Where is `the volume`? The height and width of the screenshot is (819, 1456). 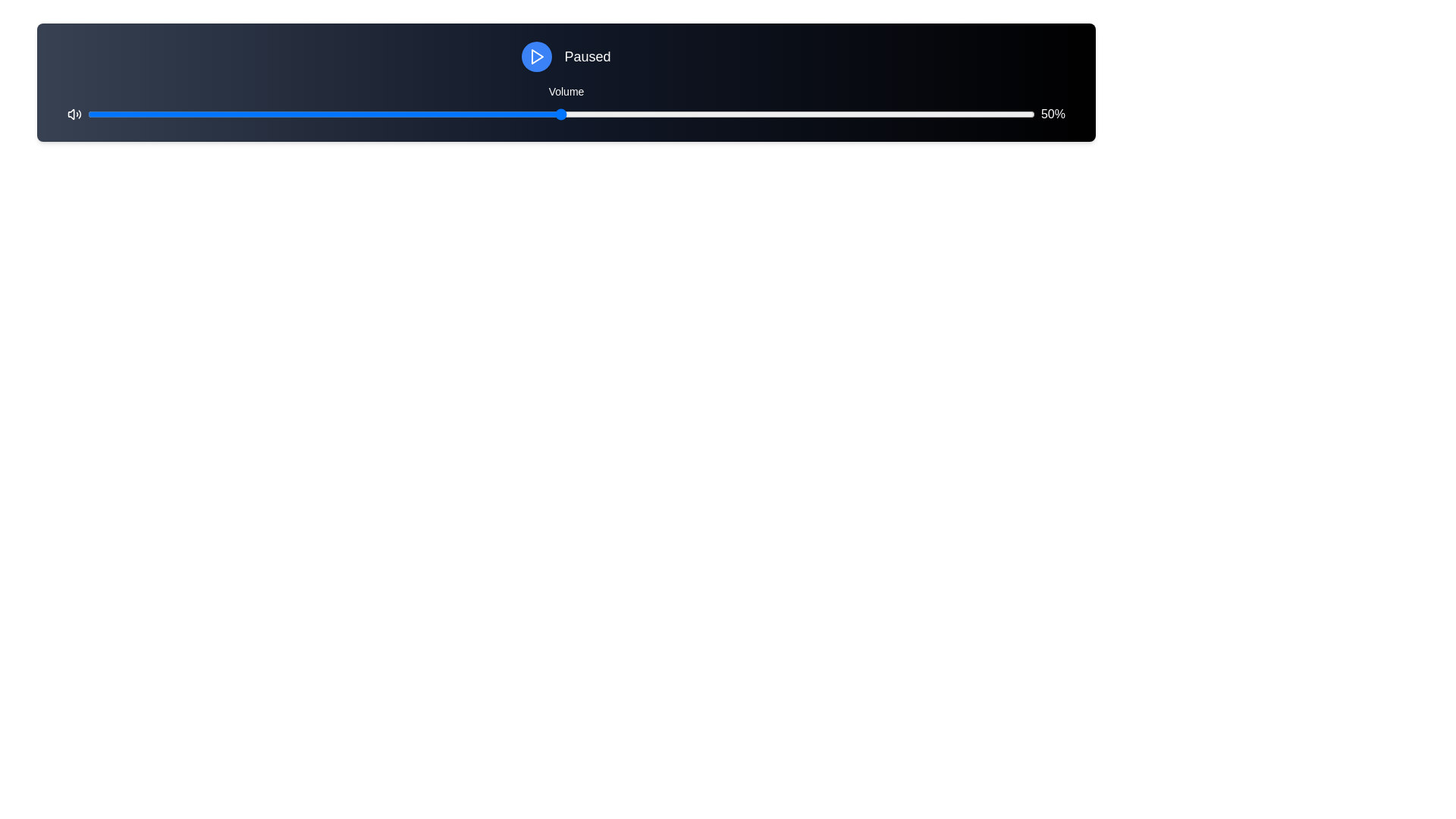
the volume is located at coordinates (816, 113).